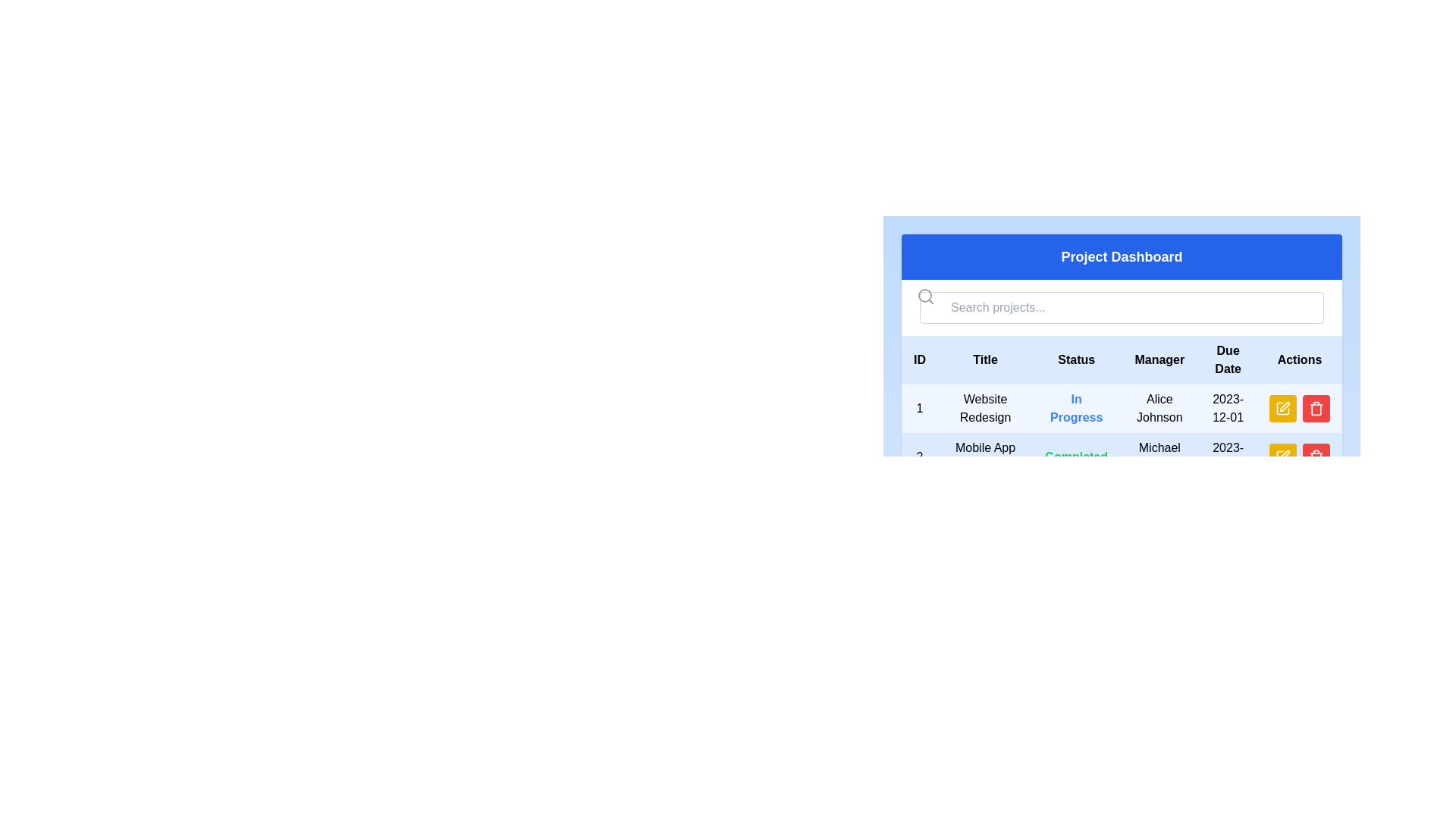  What do you see at coordinates (1159, 456) in the screenshot?
I see `the Text label indicating the manager's name located in the second row of the table under the 'Manager' column, which appears after the 'Completed' status text` at bounding box center [1159, 456].